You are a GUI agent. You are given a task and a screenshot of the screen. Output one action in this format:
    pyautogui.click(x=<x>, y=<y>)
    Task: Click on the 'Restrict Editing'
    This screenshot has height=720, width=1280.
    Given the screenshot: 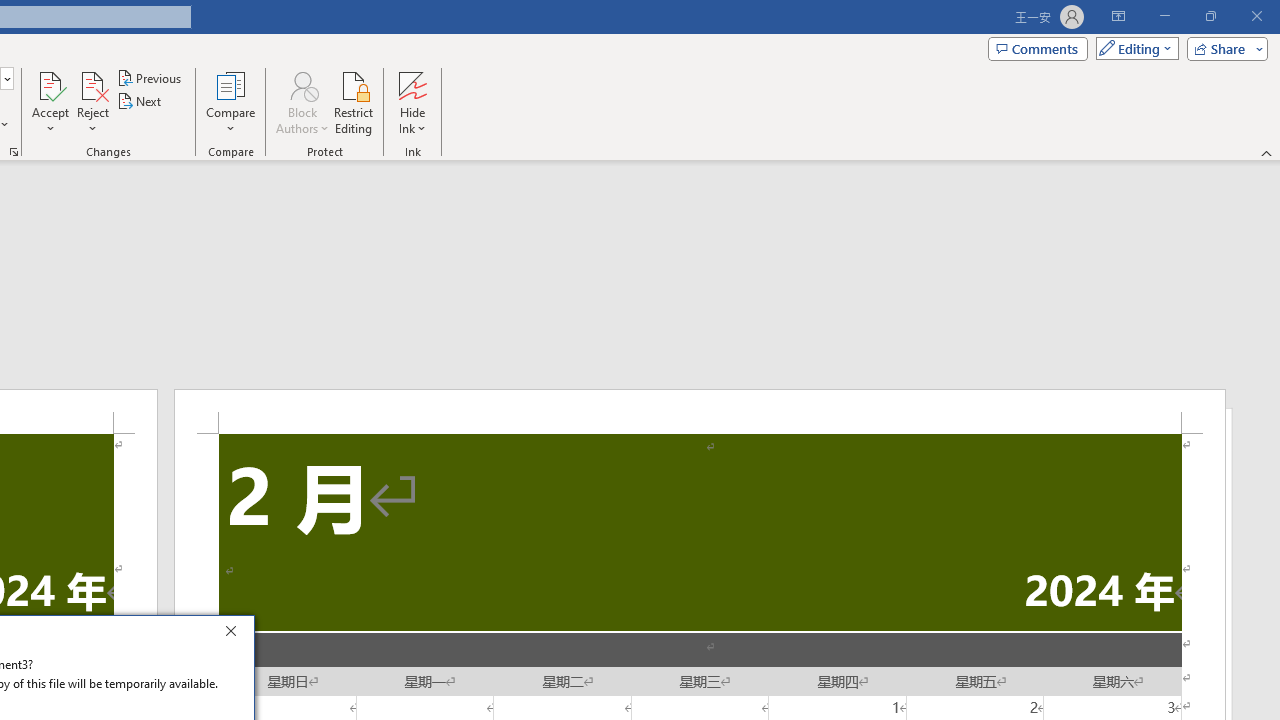 What is the action you would take?
    pyautogui.click(x=353, y=103)
    